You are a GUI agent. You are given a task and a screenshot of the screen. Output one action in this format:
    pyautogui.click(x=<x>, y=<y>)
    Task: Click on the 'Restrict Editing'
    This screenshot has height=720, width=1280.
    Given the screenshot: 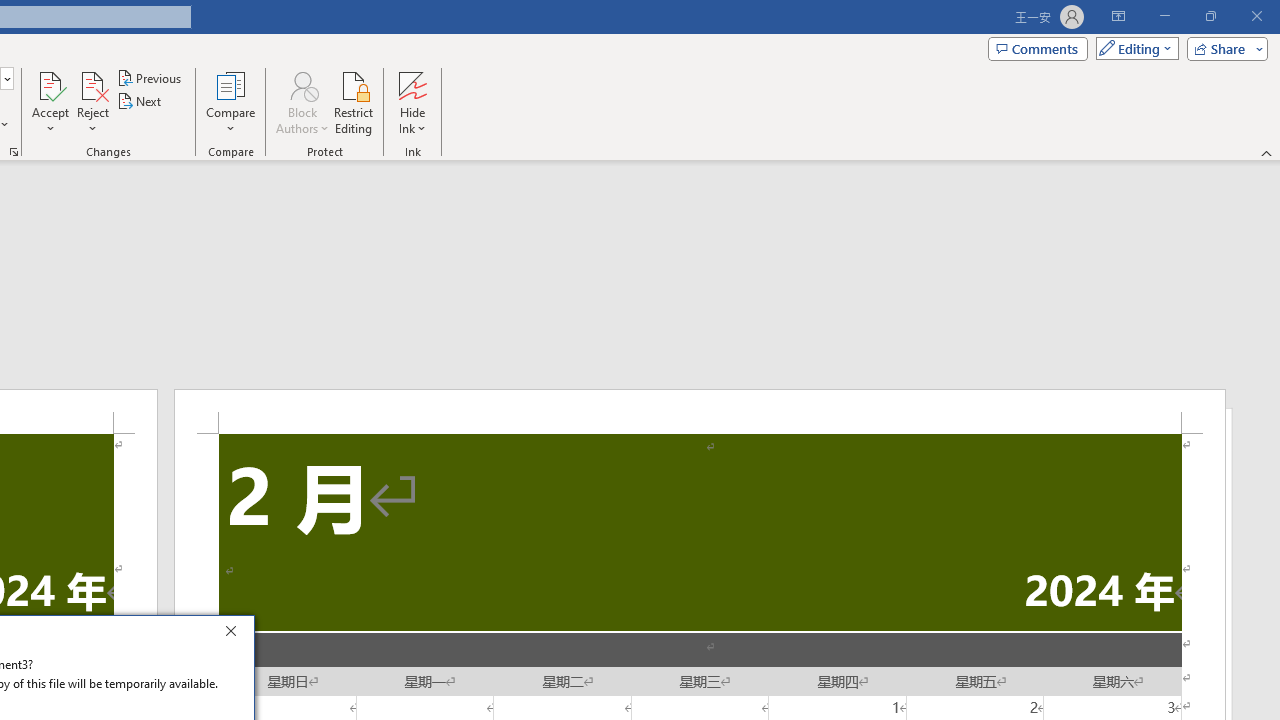 What is the action you would take?
    pyautogui.click(x=353, y=103)
    